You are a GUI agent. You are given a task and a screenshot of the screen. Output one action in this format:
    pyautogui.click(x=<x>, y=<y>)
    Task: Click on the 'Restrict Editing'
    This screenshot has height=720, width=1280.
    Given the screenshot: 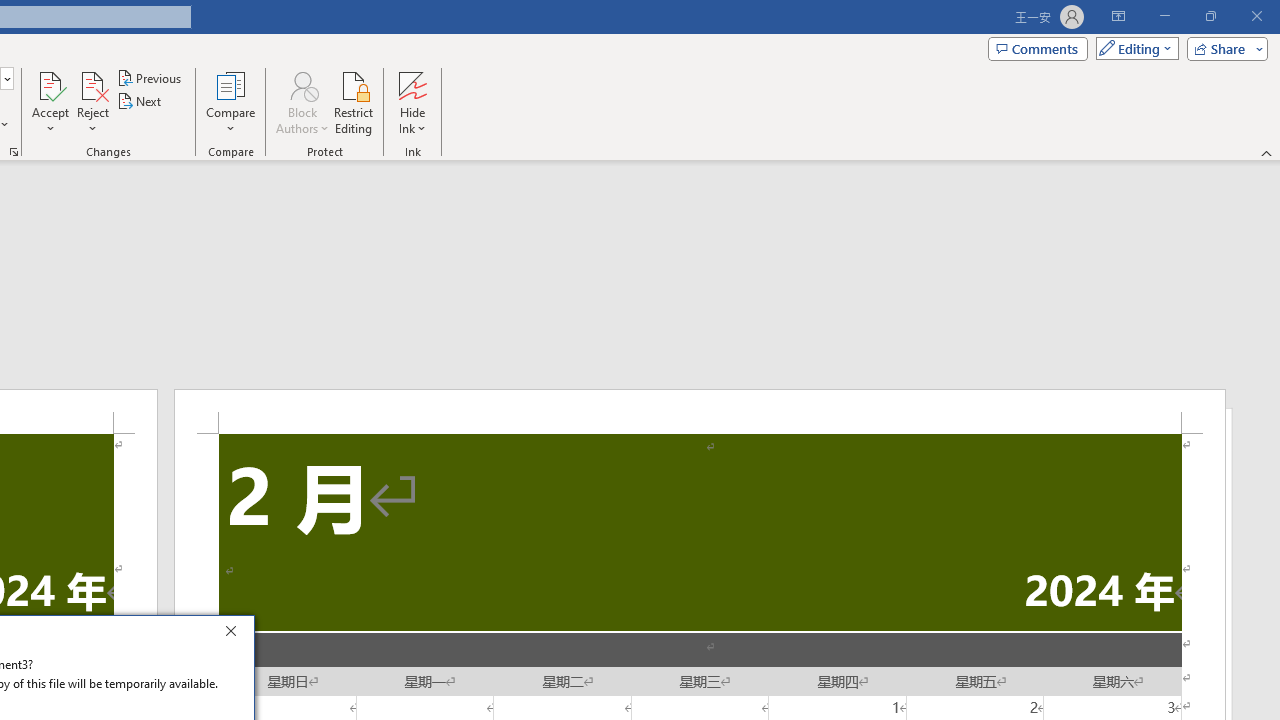 What is the action you would take?
    pyautogui.click(x=353, y=103)
    